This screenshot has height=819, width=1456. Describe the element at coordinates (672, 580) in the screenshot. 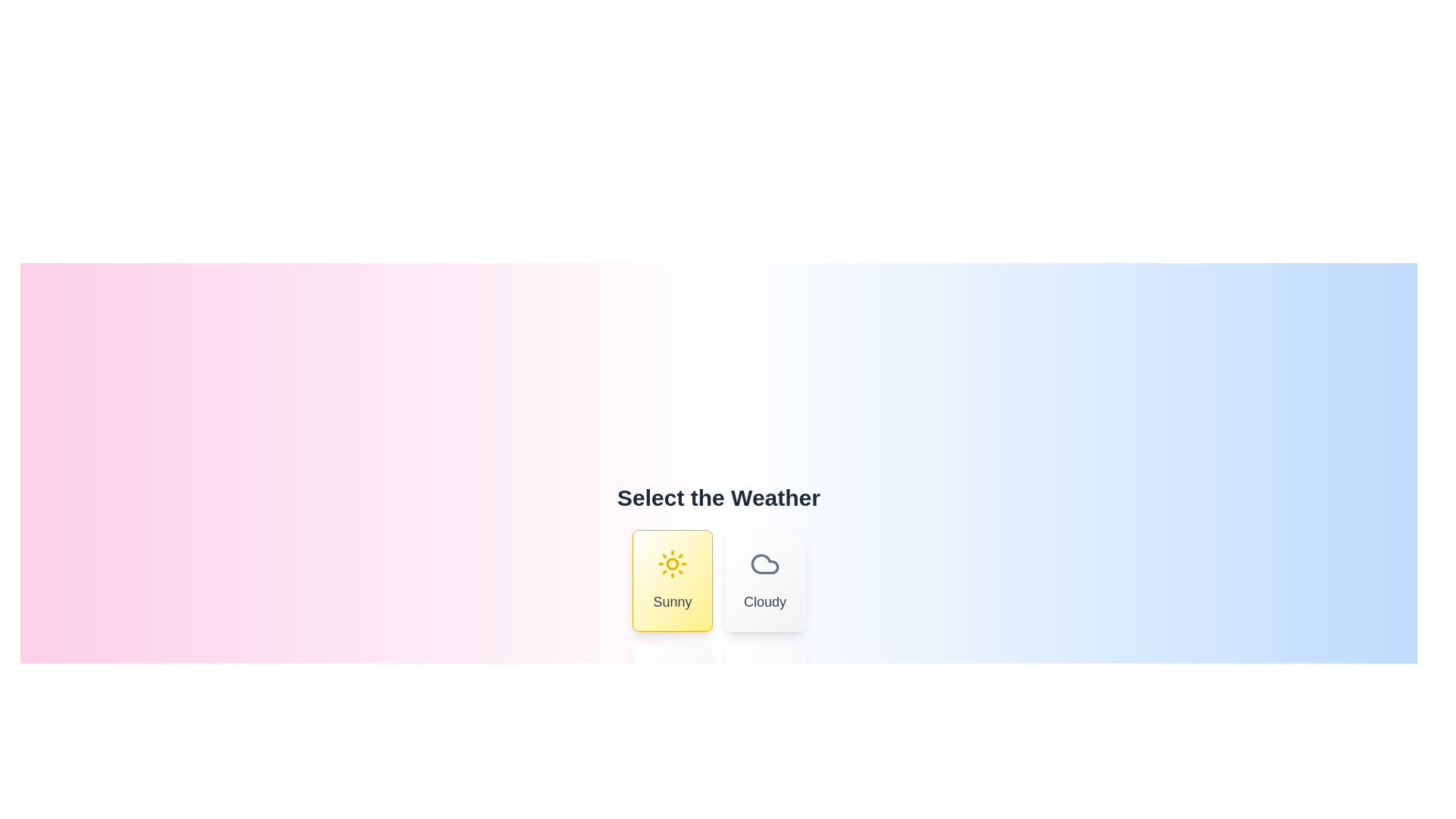

I see `the 'Sunny' weather condition button` at that location.